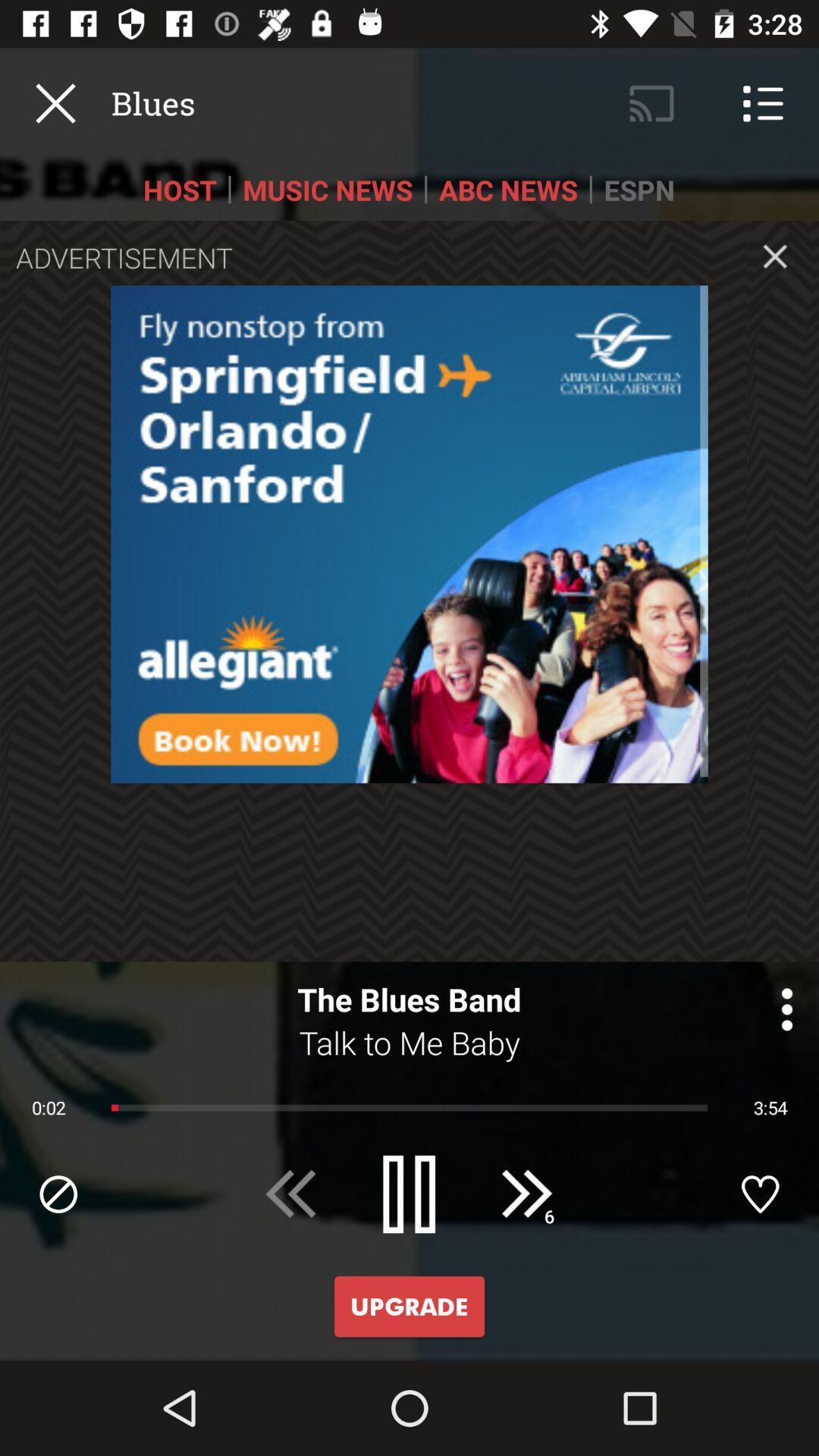 The image size is (819, 1456). Describe the element at coordinates (55, 102) in the screenshot. I see `the close icon` at that location.